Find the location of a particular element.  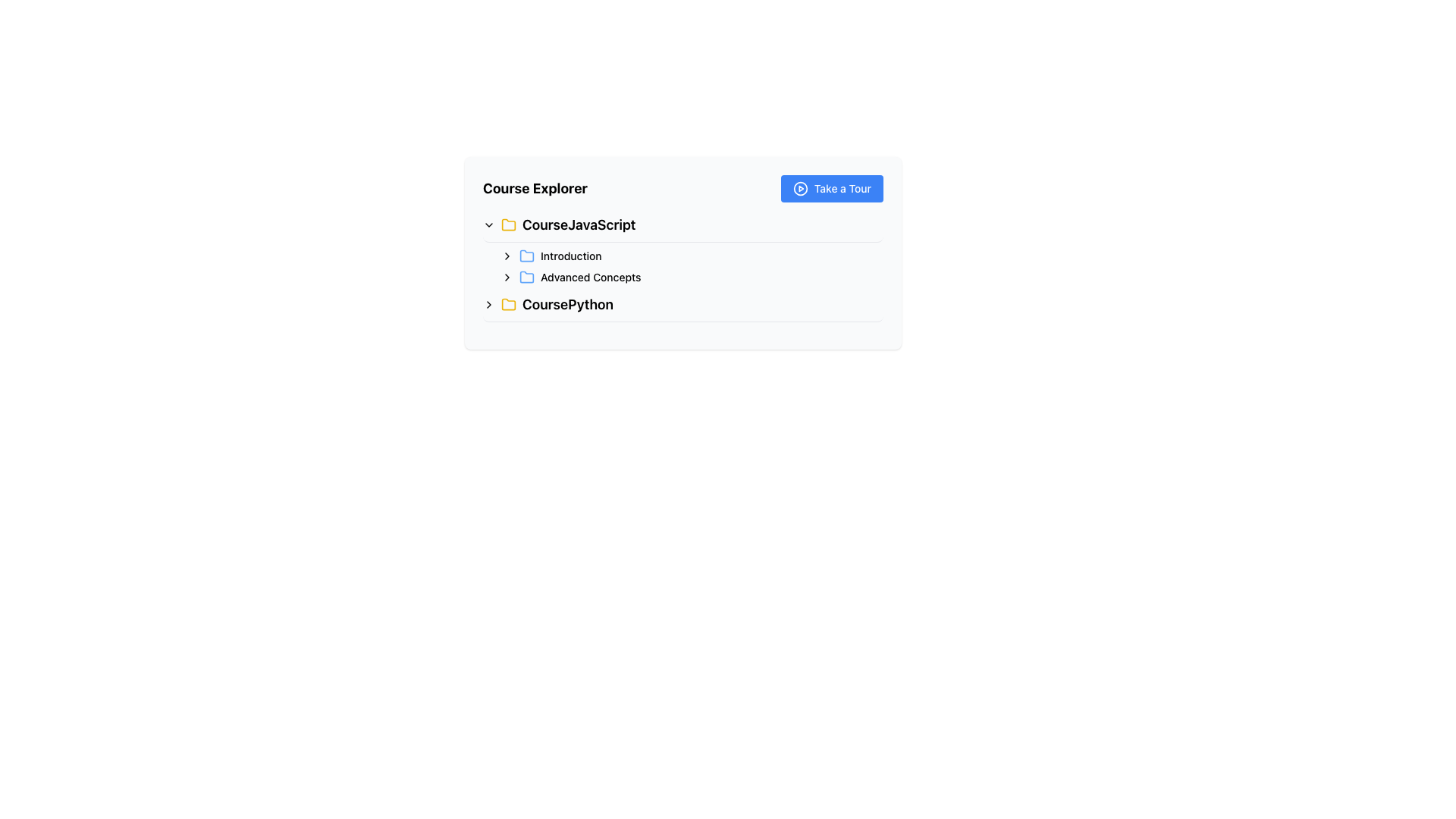

the 'CourseJavaScript' text label is located at coordinates (578, 225).